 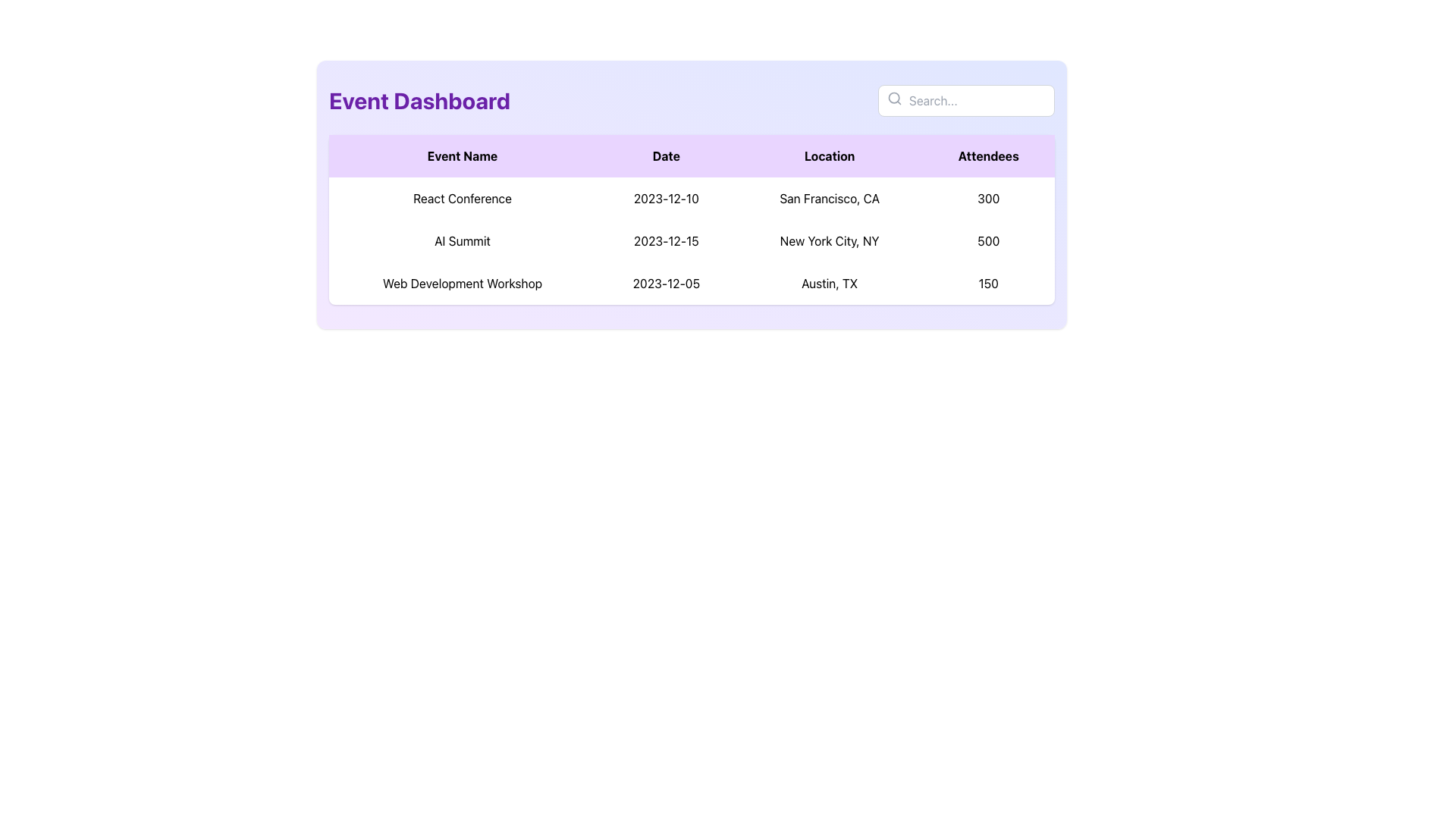 I want to click on the text component displaying the date '2023-12-05' under the 'Date' column of the 'Web Development Workshop' row in the events table, so click(x=666, y=284).